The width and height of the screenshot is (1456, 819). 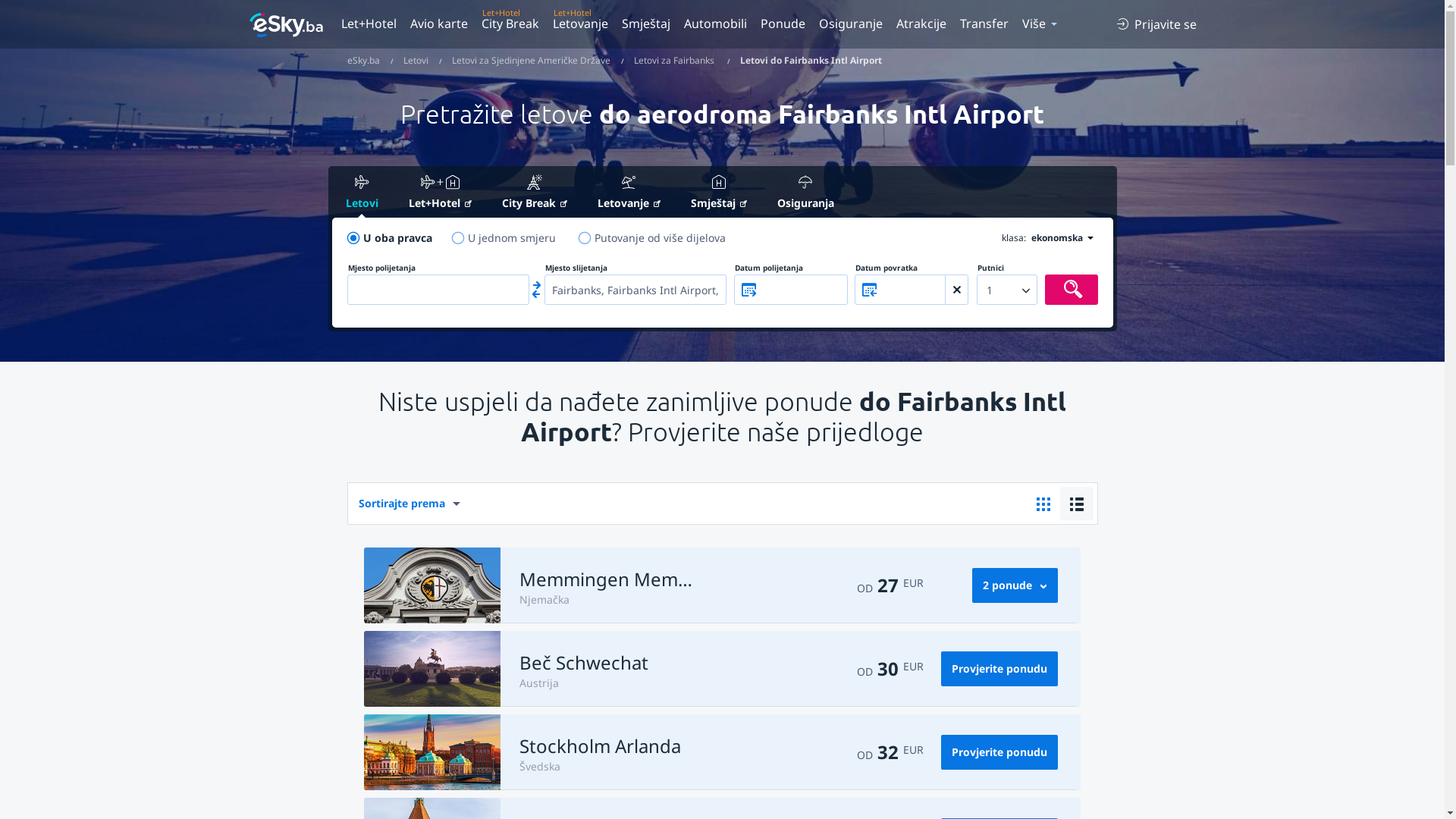 I want to click on 'Letovanje', so click(x=629, y=193).